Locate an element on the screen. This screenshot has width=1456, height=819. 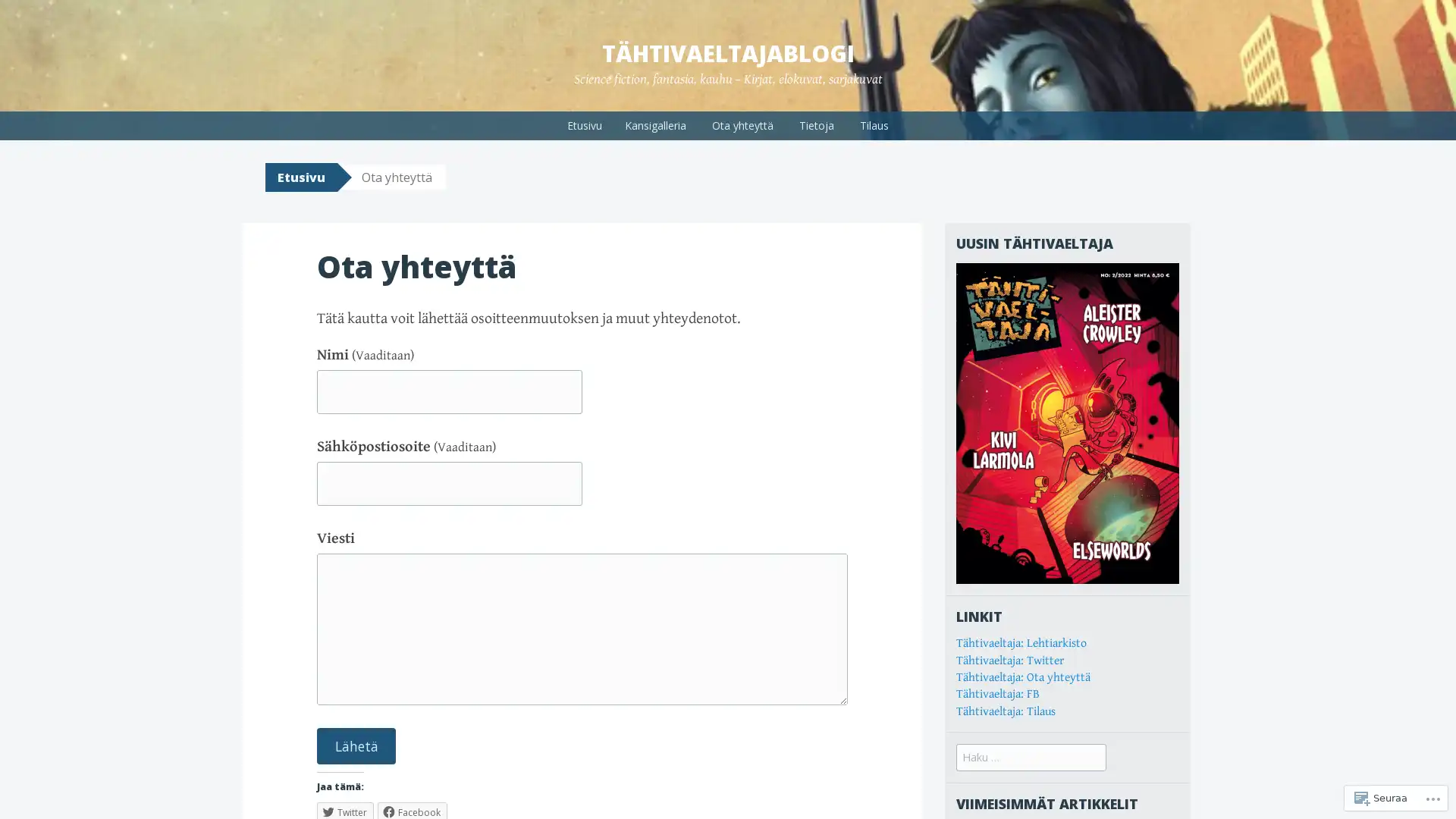
Laheta is located at coordinates (356, 745).